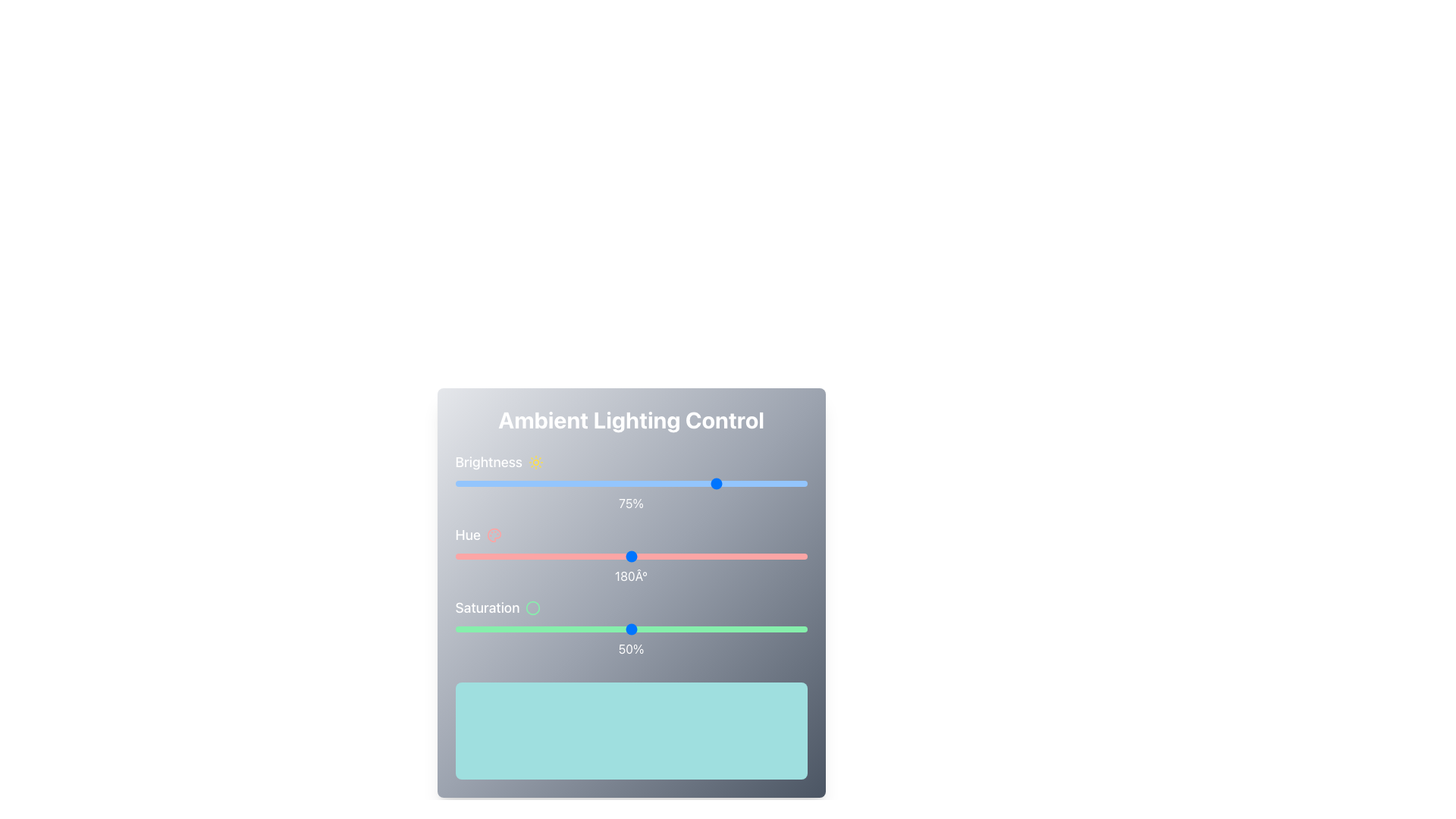 The height and width of the screenshot is (819, 1456). What do you see at coordinates (759, 556) in the screenshot?
I see `the hue value` at bounding box center [759, 556].